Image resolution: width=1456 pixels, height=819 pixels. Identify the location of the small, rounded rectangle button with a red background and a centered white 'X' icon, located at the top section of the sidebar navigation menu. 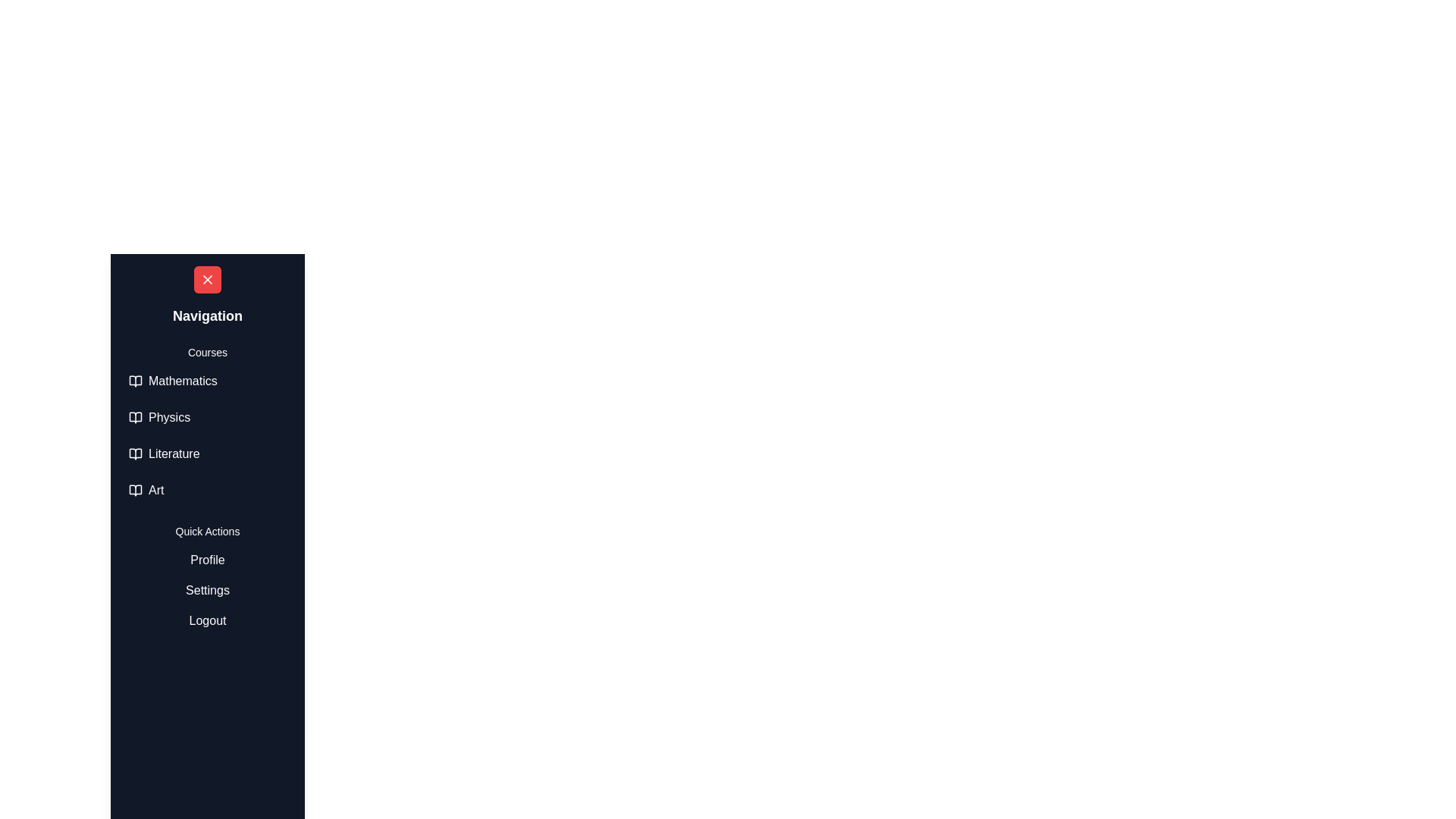
(206, 280).